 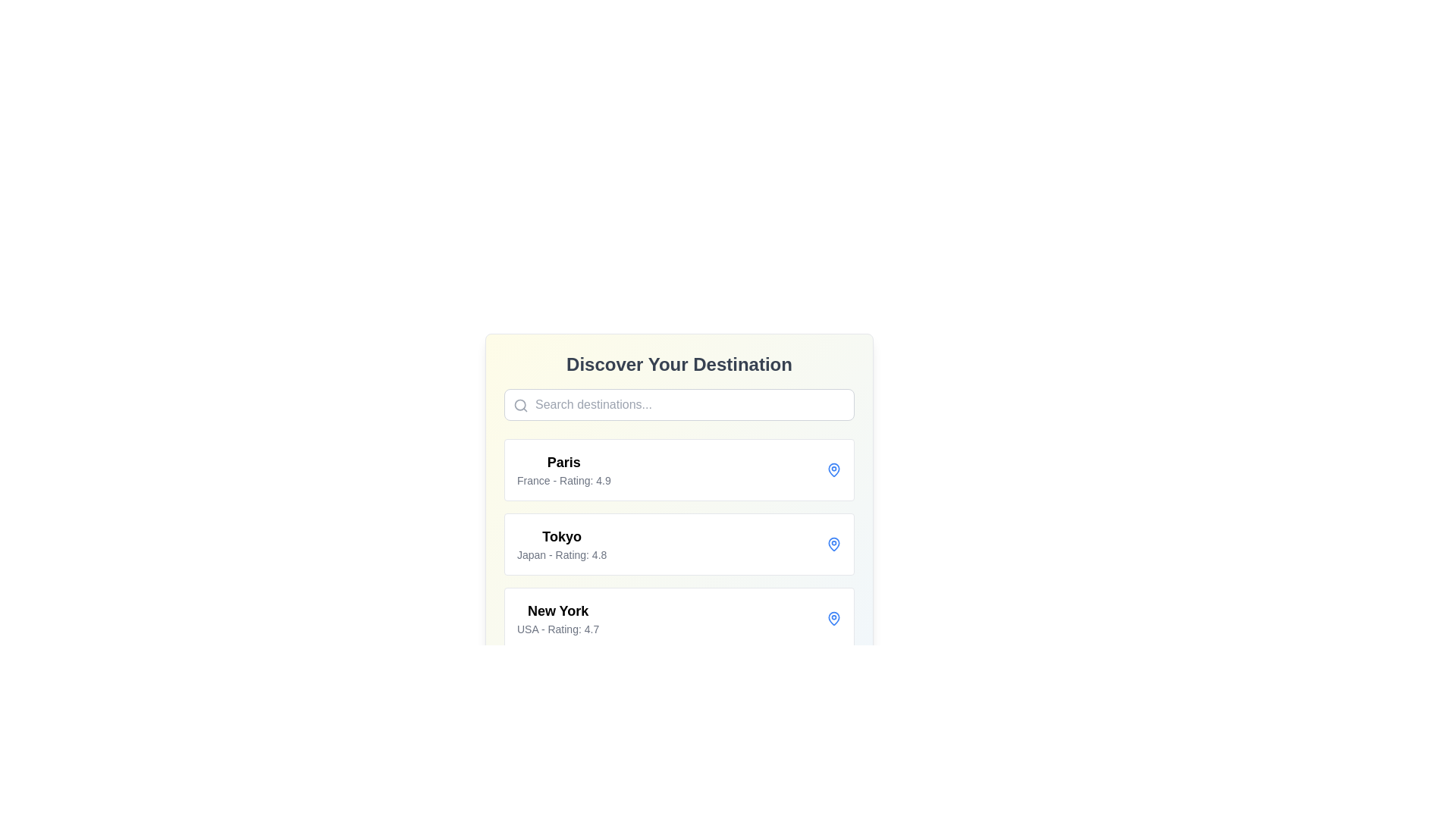 I want to click on the decorative icon fragment within the map pin icon representing the location for 'Paris' in the UI, so click(x=833, y=468).